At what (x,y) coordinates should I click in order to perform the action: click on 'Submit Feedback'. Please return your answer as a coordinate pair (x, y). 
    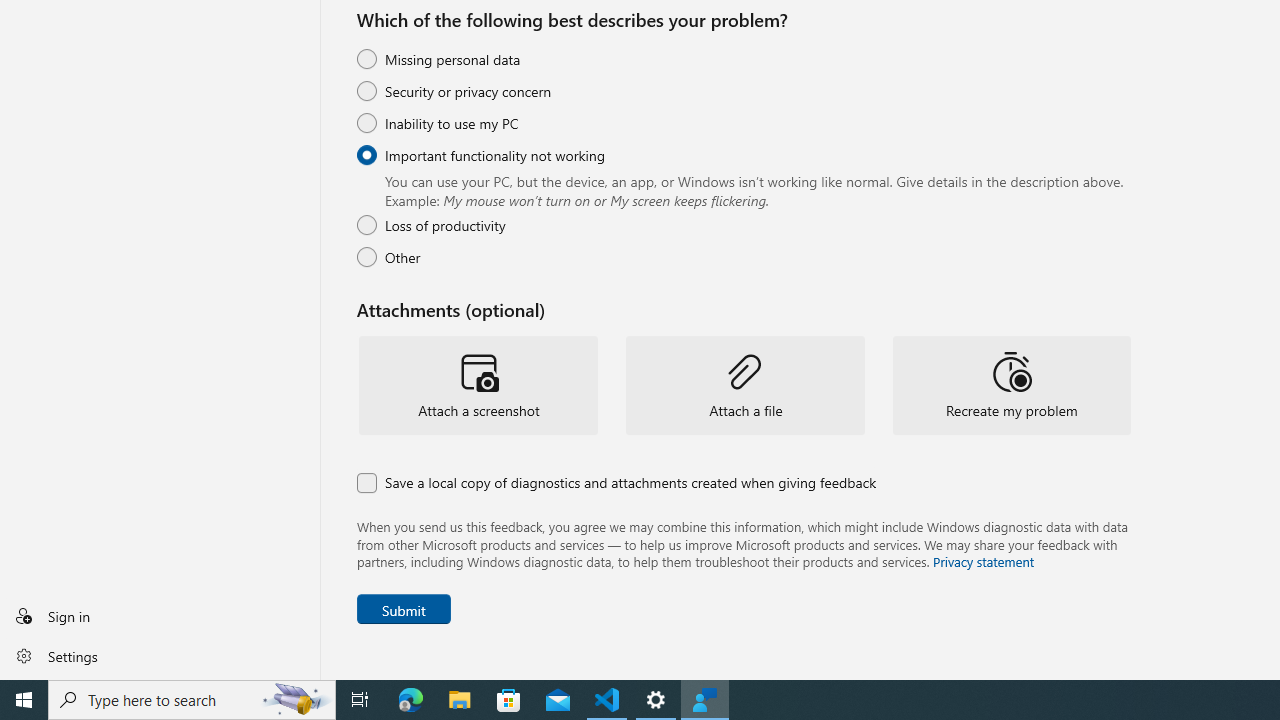
    Looking at the image, I should click on (402, 608).